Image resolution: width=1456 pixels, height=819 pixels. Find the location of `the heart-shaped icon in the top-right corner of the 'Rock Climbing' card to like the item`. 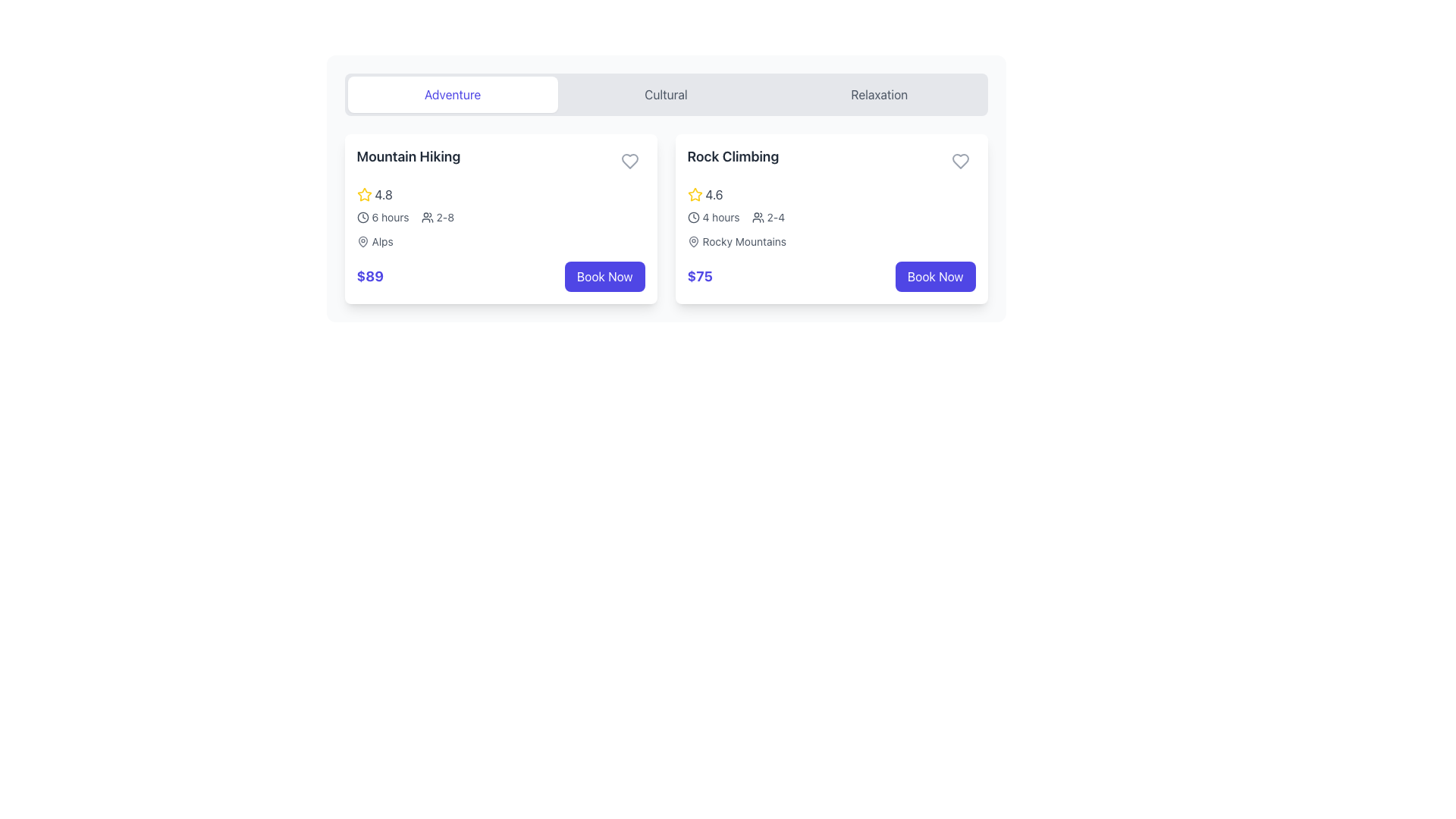

the heart-shaped icon in the top-right corner of the 'Rock Climbing' card to like the item is located at coordinates (959, 161).